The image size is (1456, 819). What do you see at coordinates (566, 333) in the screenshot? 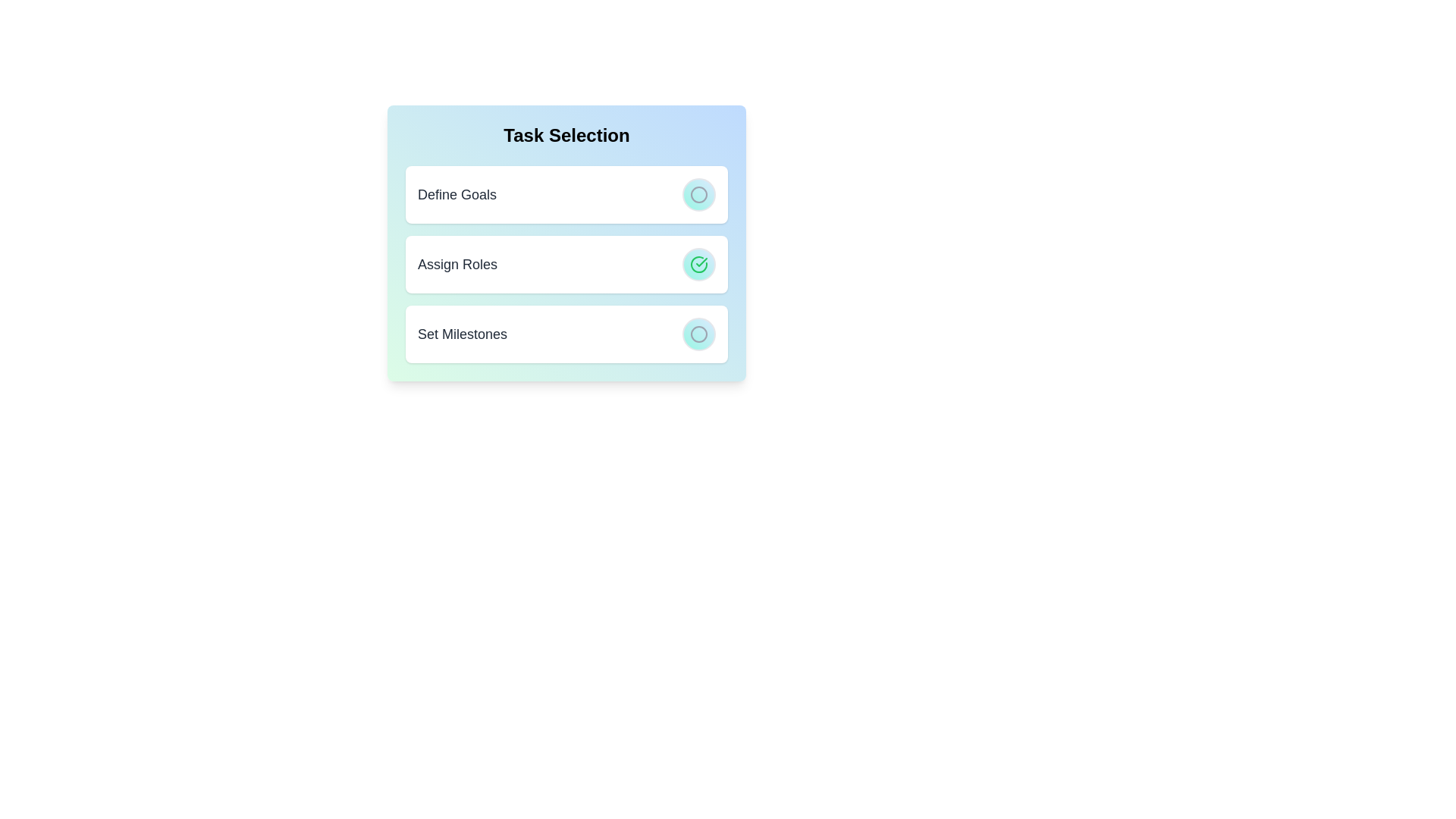
I see `the task item Set Milestones to observe the hover effect` at bounding box center [566, 333].